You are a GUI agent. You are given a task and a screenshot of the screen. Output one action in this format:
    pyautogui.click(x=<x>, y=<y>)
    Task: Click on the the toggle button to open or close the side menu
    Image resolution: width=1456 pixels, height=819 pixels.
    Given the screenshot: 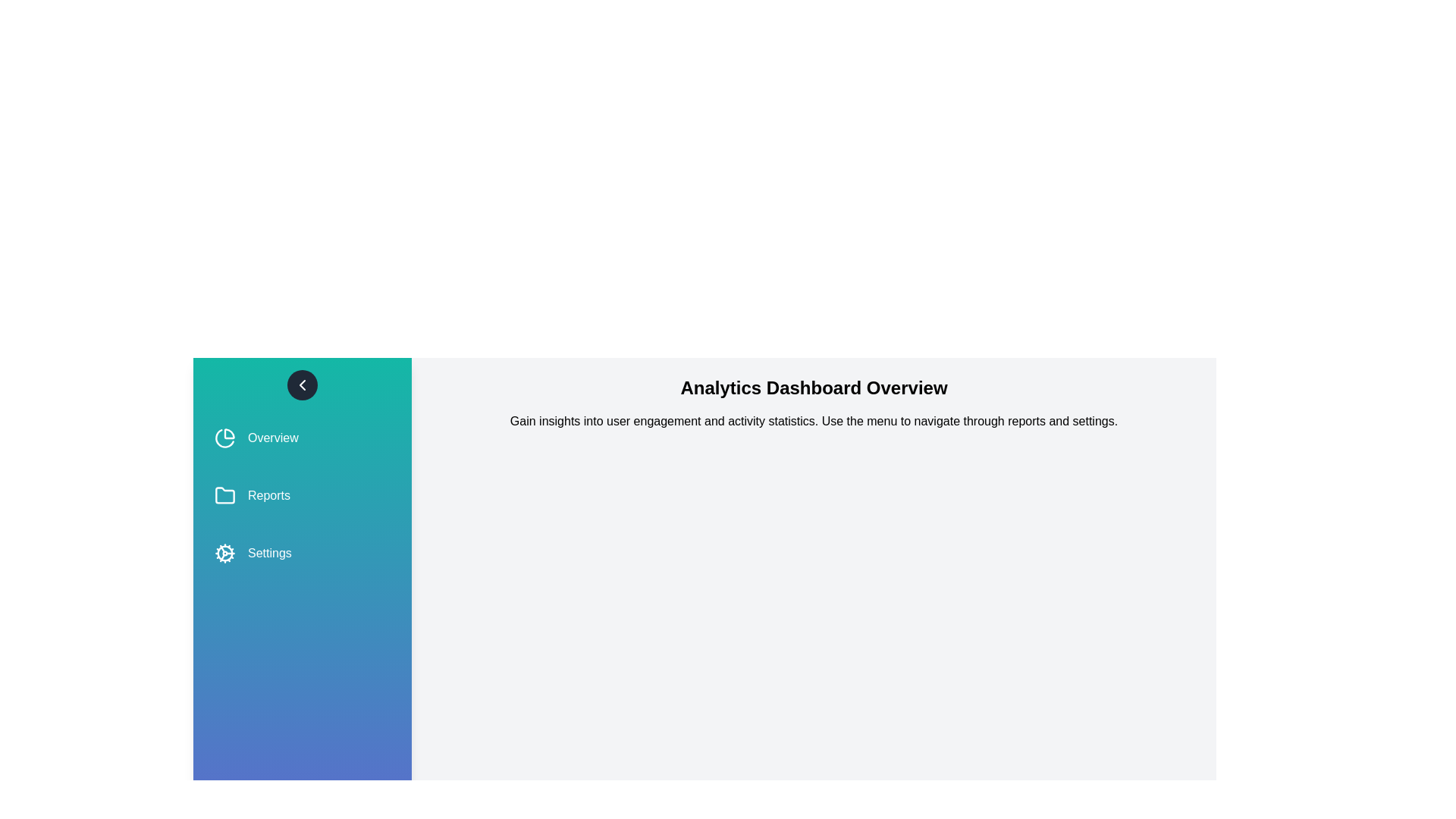 What is the action you would take?
    pyautogui.click(x=302, y=384)
    